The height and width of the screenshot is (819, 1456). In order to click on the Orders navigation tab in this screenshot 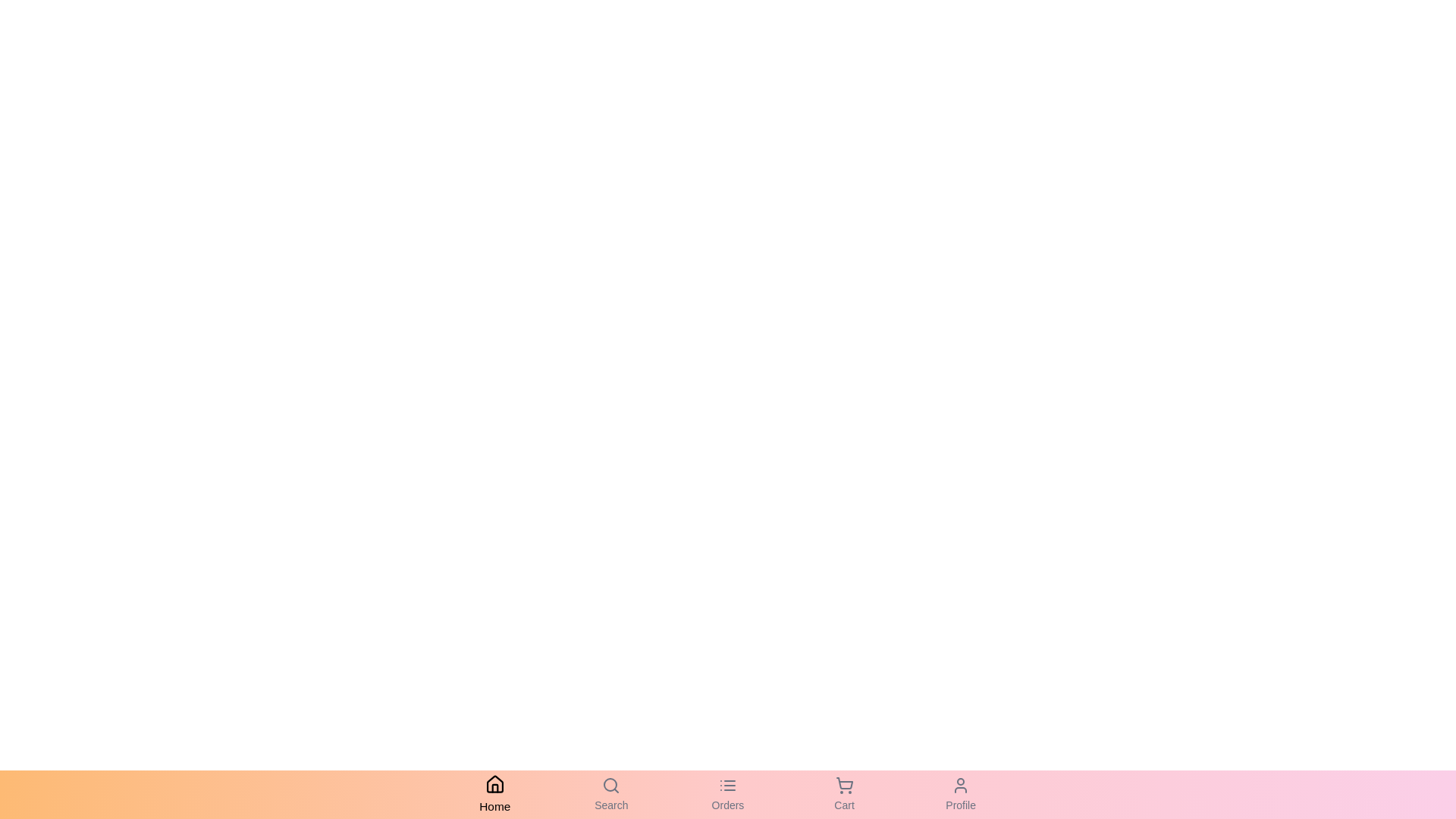, I will do `click(728, 794)`.